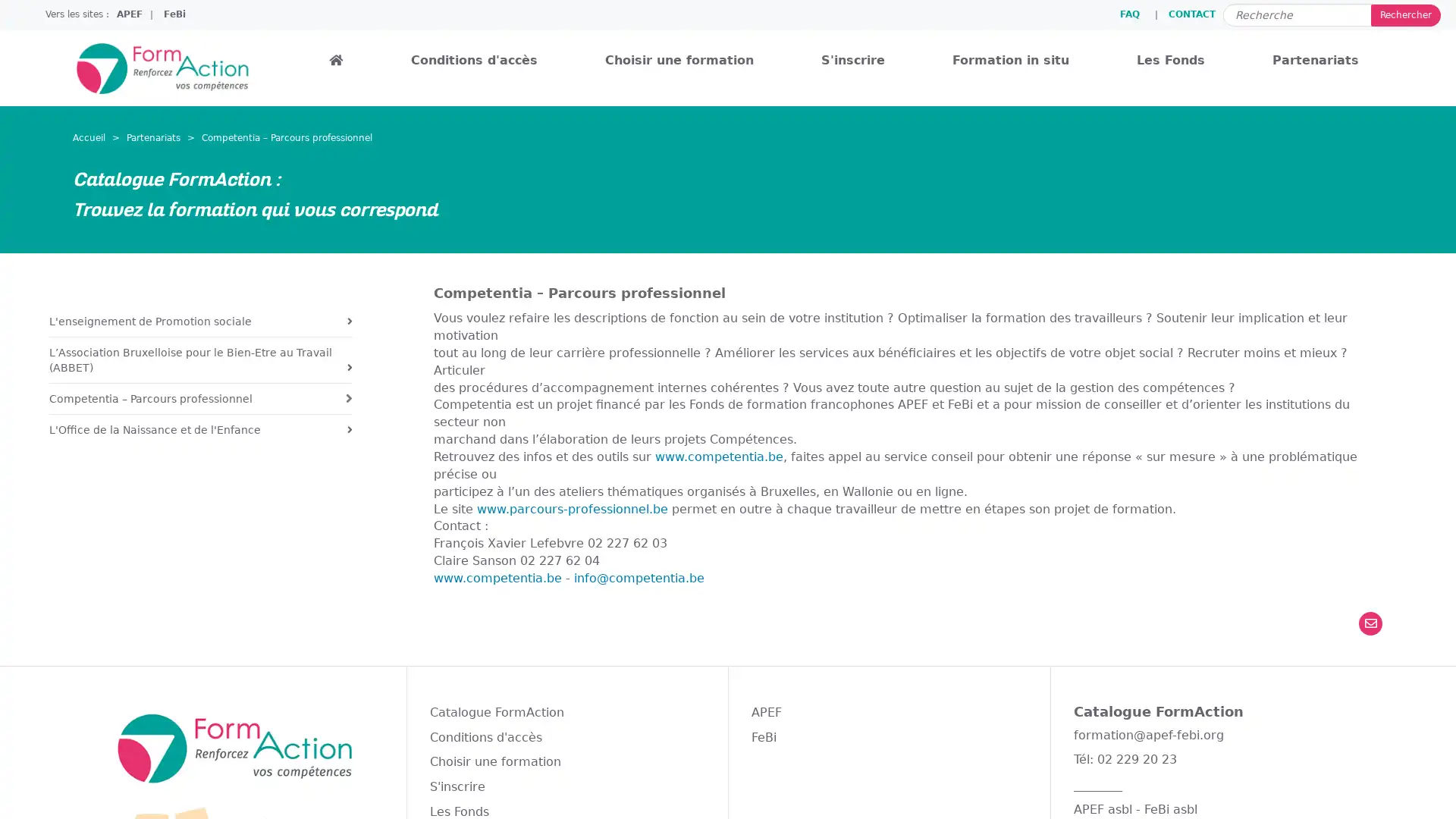 This screenshot has width=1456, height=819. What do you see at coordinates (1404, 14) in the screenshot?
I see `Rechercher` at bounding box center [1404, 14].